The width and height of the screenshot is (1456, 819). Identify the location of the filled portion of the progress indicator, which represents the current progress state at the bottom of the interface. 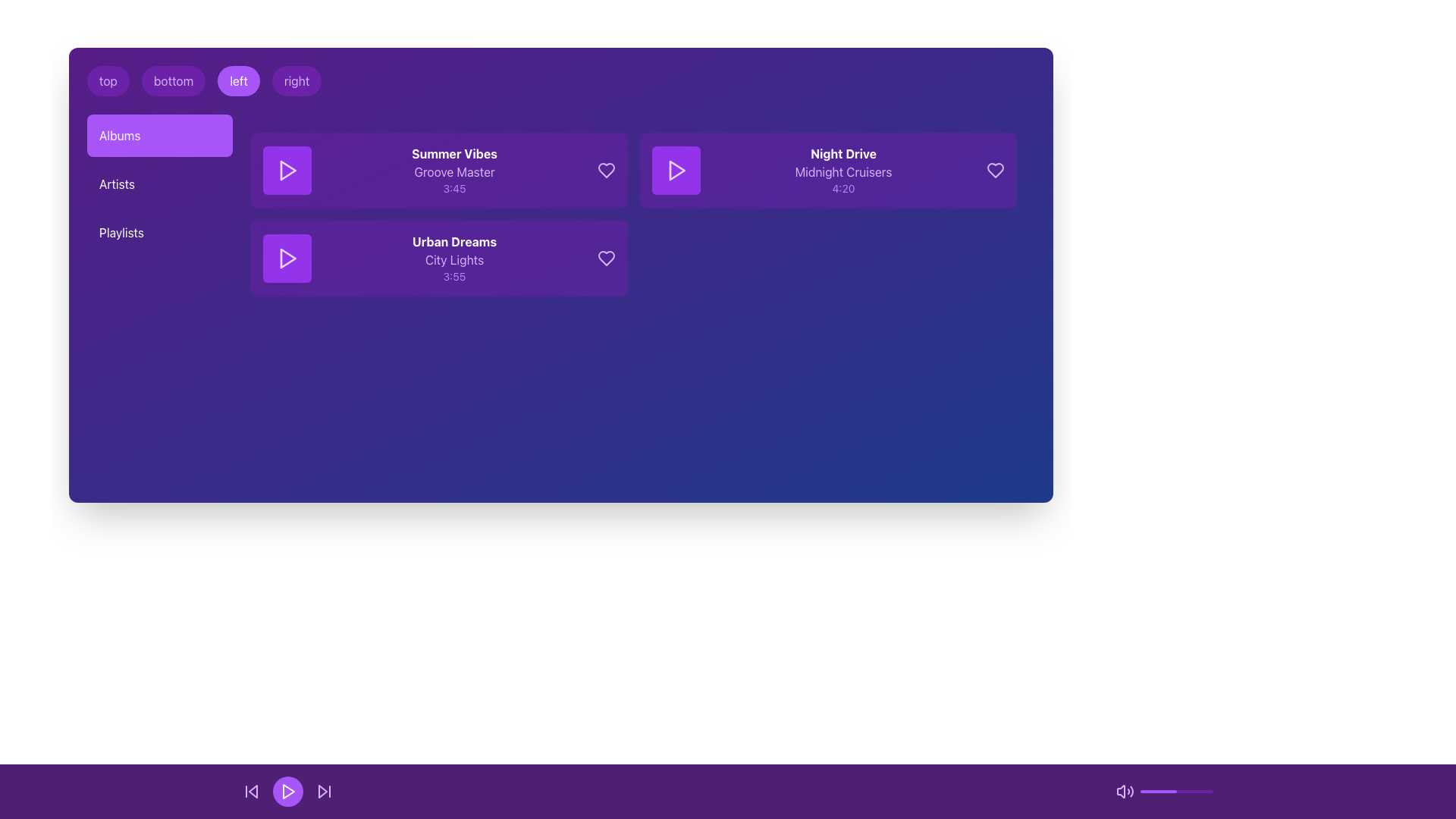
(1157, 791).